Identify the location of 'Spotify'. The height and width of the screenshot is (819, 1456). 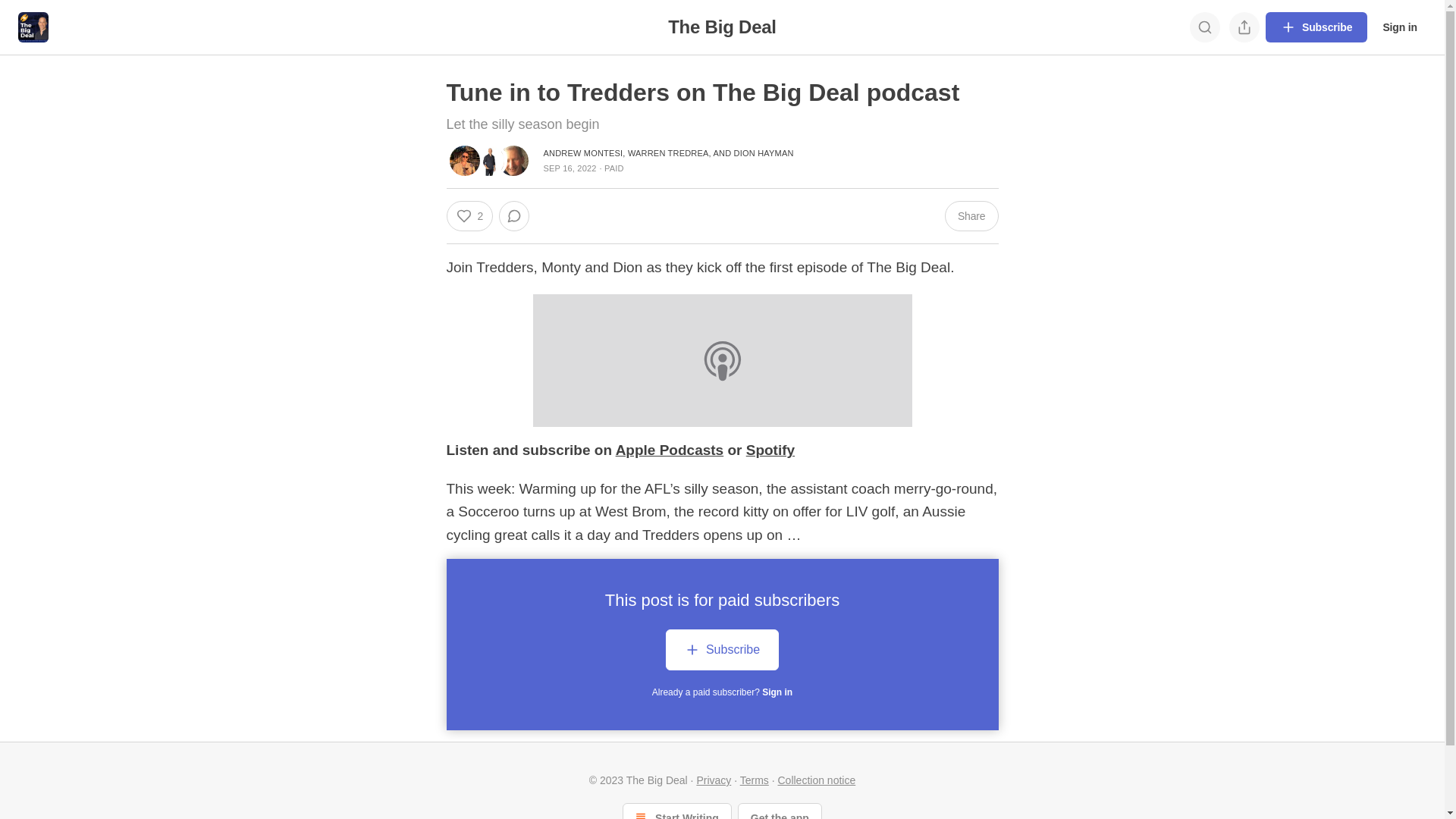
(770, 449).